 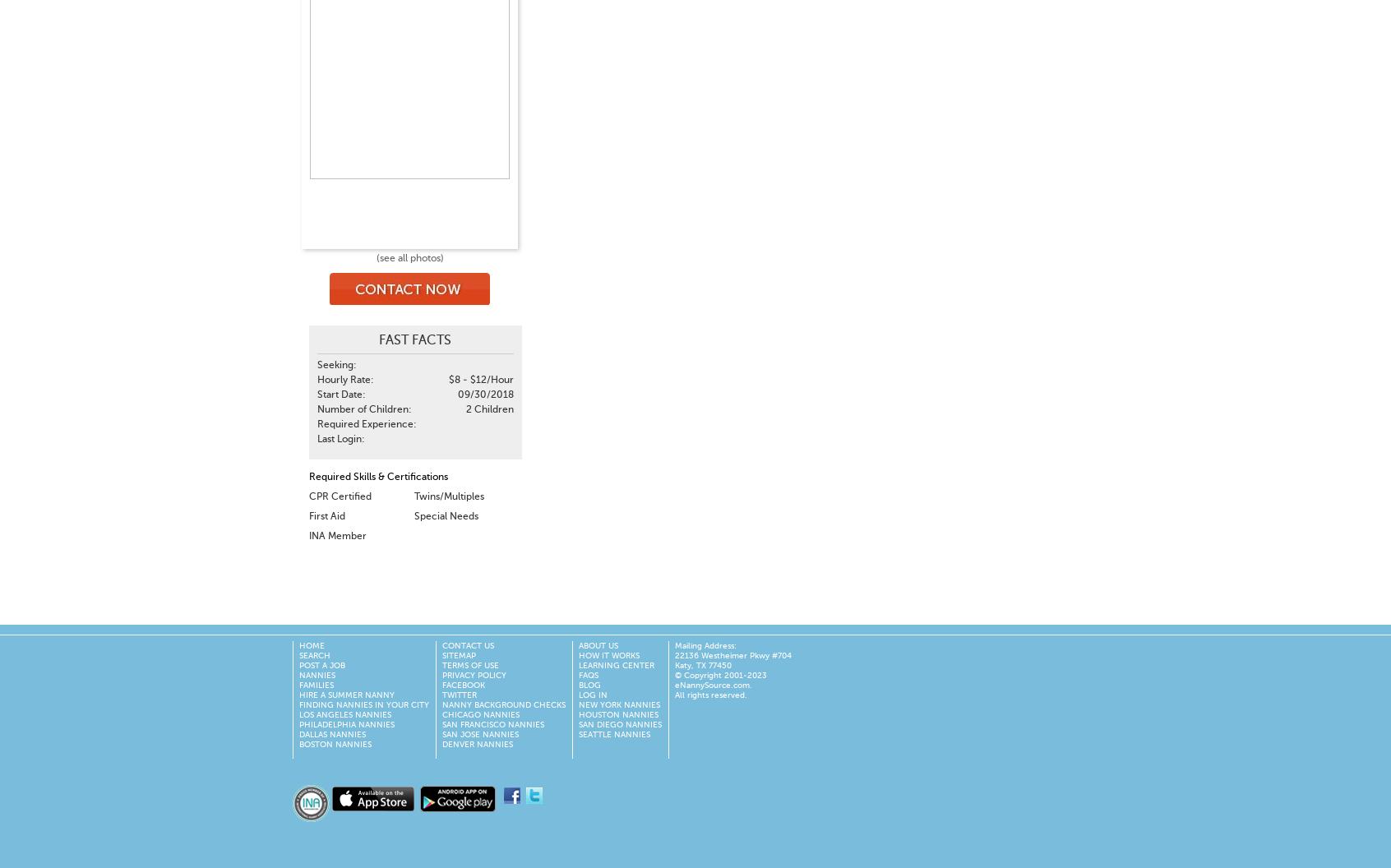 I want to click on 'Search', so click(x=315, y=656).